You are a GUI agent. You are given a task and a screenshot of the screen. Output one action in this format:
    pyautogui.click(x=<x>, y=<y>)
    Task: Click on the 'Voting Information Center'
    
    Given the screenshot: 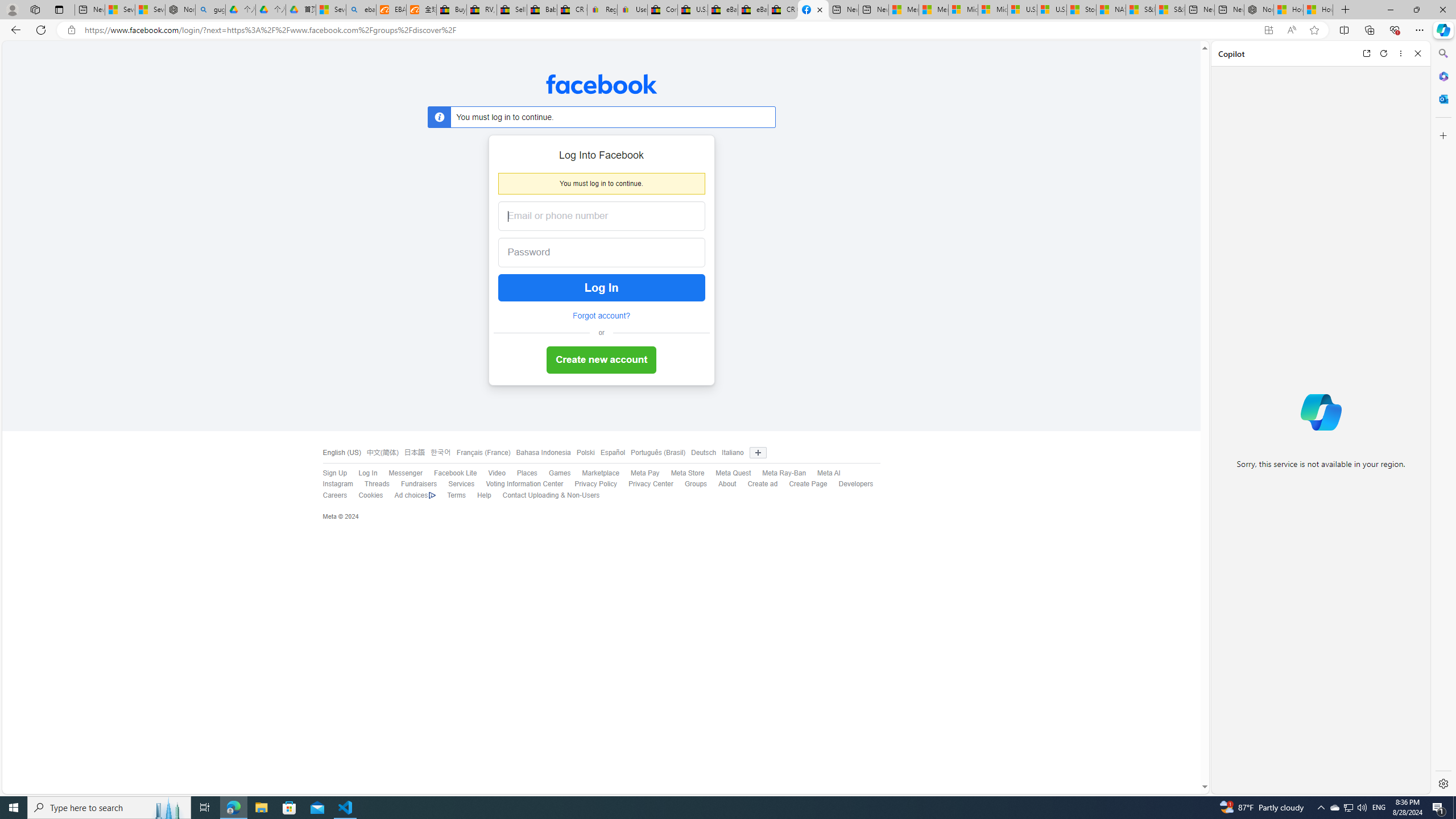 What is the action you would take?
    pyautogui.click(x=519, y=484)
    